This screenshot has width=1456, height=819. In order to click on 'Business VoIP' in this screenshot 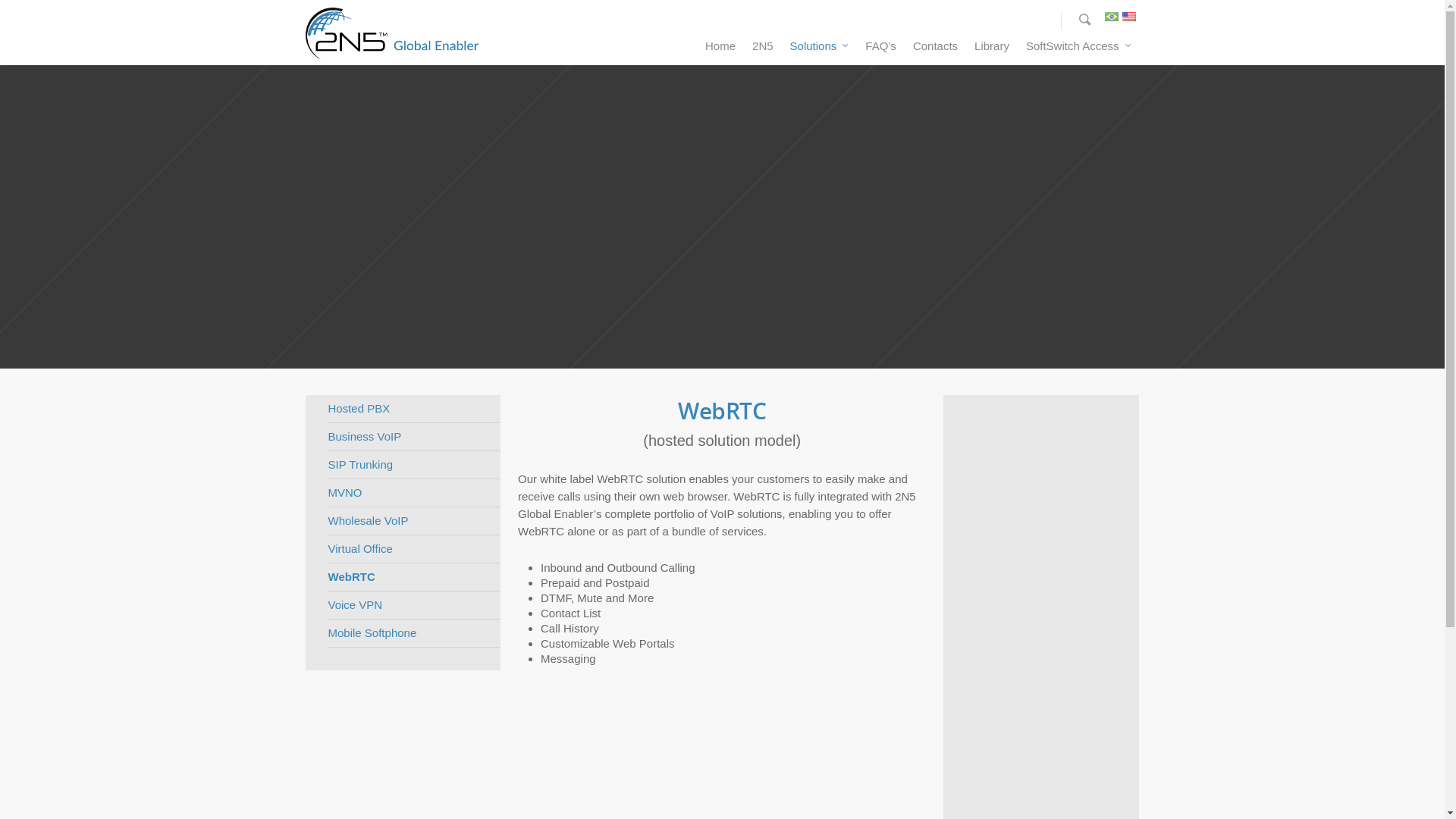, I will do `click(327, 437)`.